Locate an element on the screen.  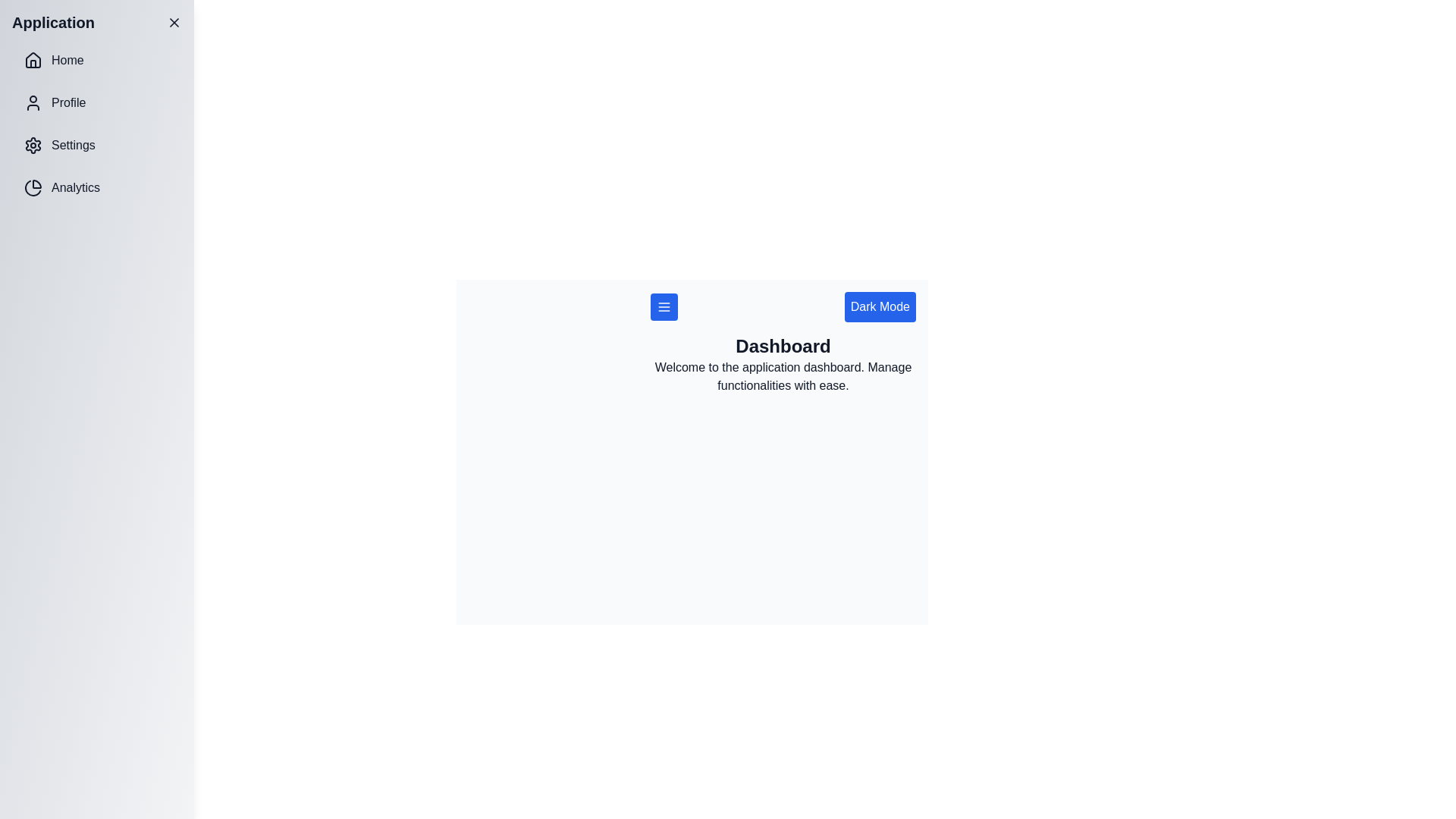
the introductory text label located below the bold 'Dashboard' header, which provides a welcoming message for the application dashboard is located at coordinates (783, 376).